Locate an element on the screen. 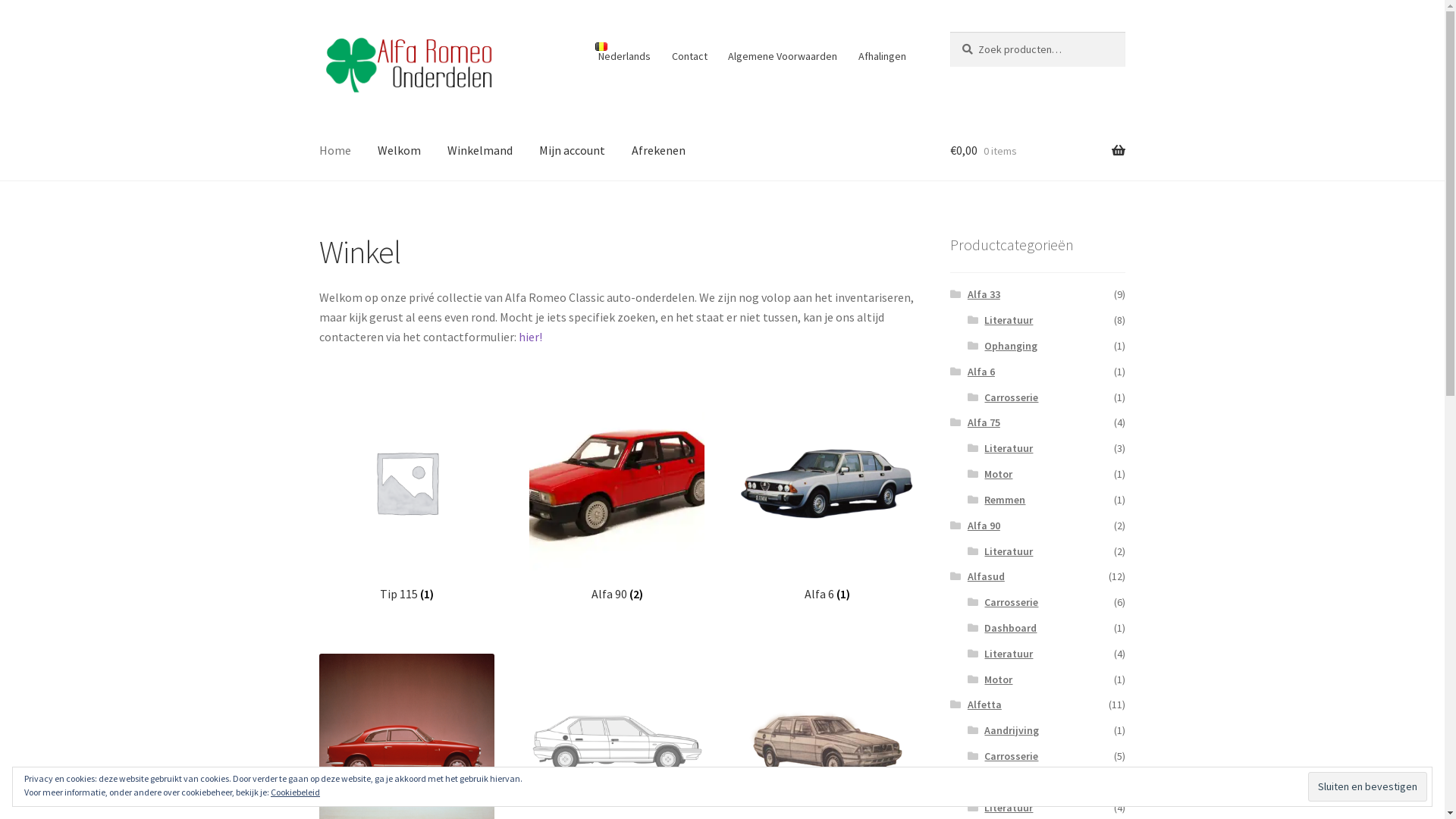 The height and width of the screenshot is (819, 1456). 'Motor' is located at coordinates (998, 678).